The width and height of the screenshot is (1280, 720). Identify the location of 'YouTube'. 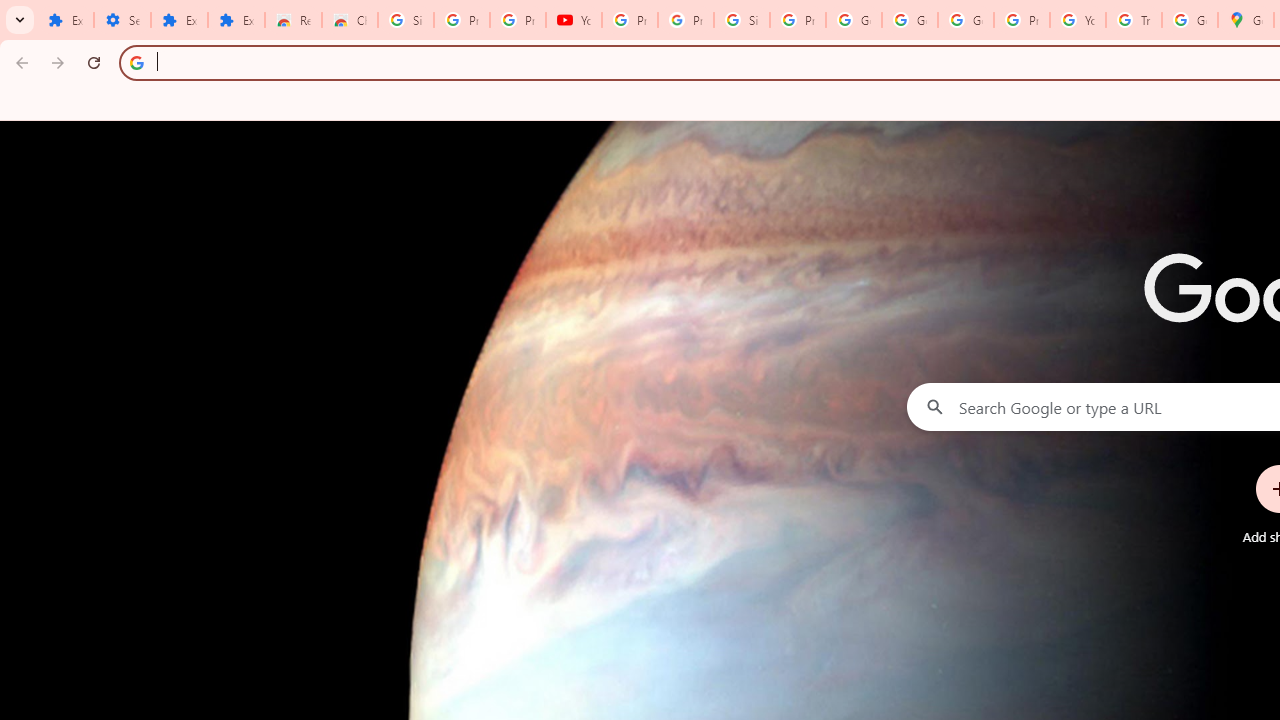
(573, 20).